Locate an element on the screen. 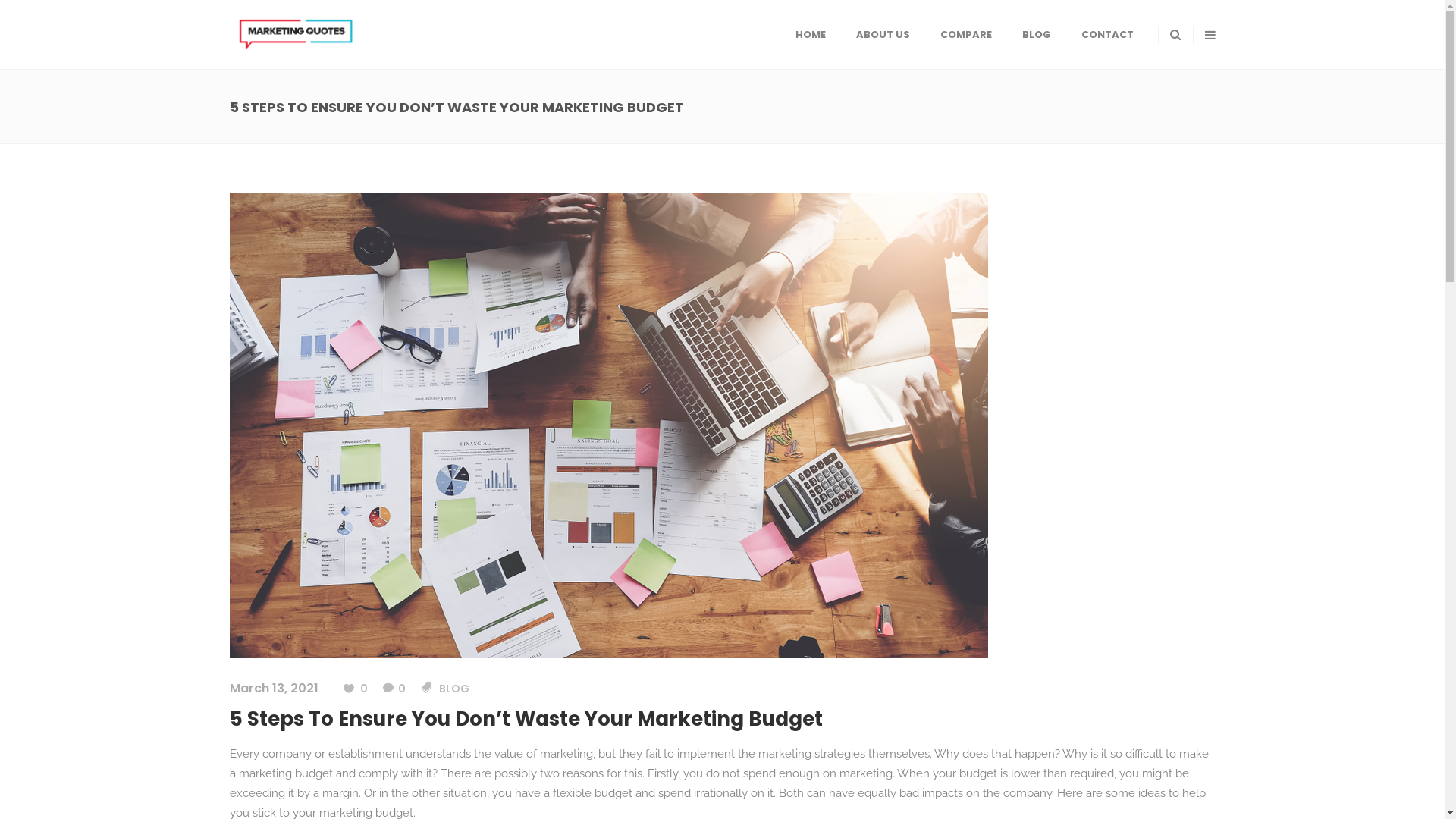  'BLOG' is located at coordinates (453, 688).